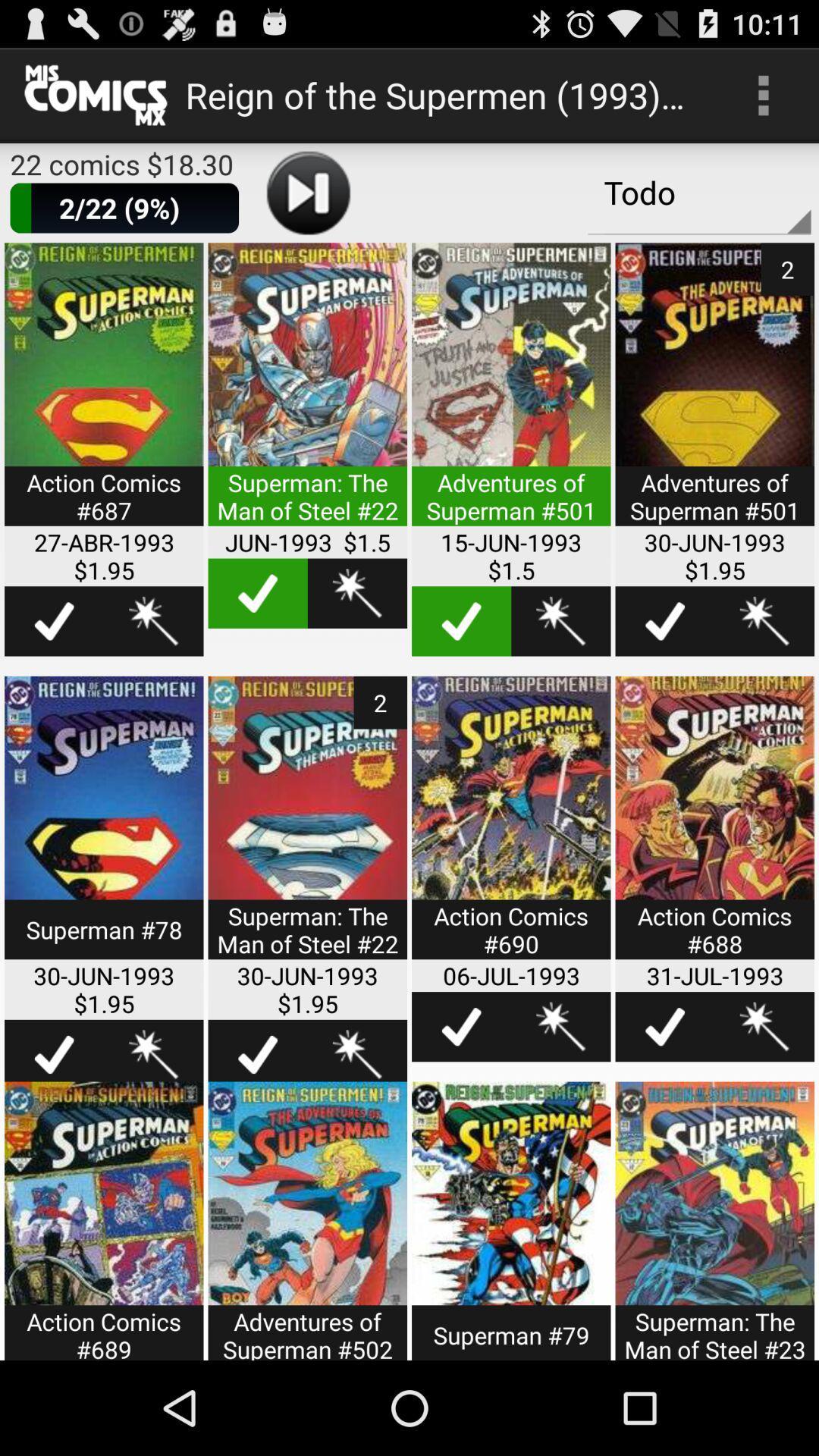  Describe the element at coordinates (511, 394) in the screenshot. I see `adventures of superman 501` at that location.